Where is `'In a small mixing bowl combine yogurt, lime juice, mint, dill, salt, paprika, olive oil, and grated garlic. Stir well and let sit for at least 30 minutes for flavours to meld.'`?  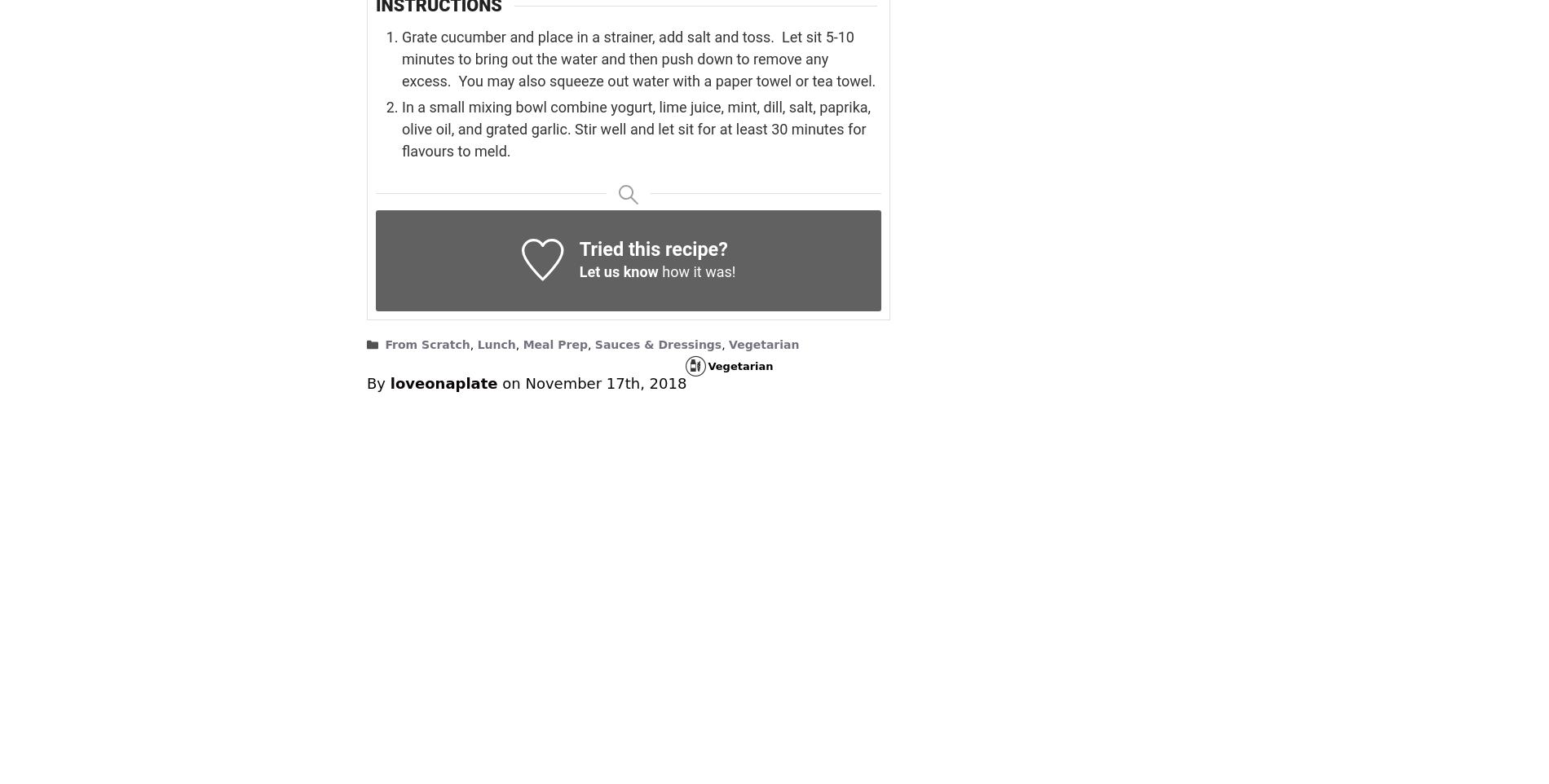
'In a small mixing bowl combine yogurt, lime juice, mint, dill, salt, paprika, olive oil, and grated garlic. Stir well and let sit for at least 30 minutes for flavours to meld.' is located at coordinates (402, 128).